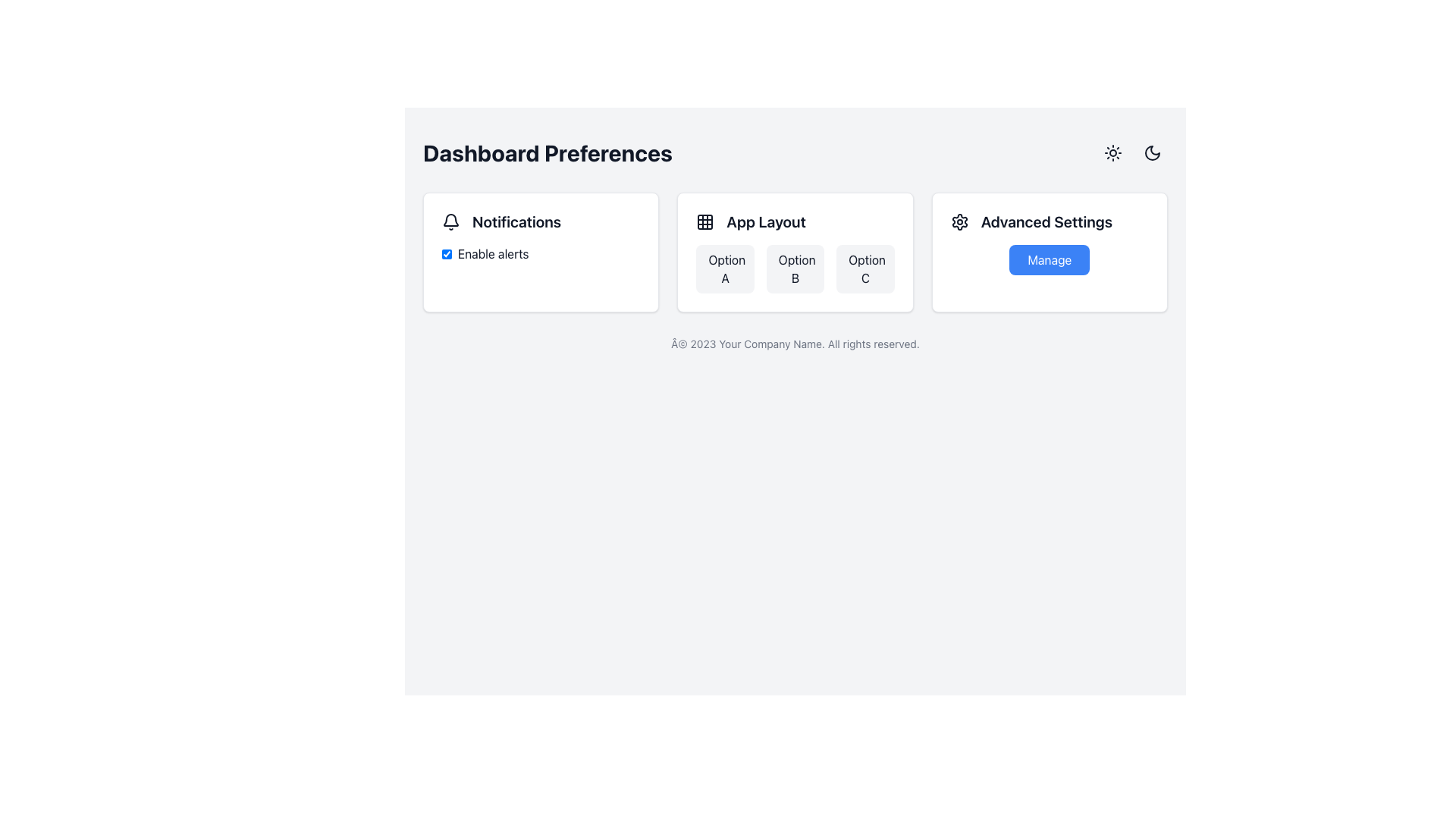  Describe the element at coordinates (446, 253) in the screenshot. I see `the checkbox located to the left of the 'Enable alerts' label within the 'Notifications' card` at that location.